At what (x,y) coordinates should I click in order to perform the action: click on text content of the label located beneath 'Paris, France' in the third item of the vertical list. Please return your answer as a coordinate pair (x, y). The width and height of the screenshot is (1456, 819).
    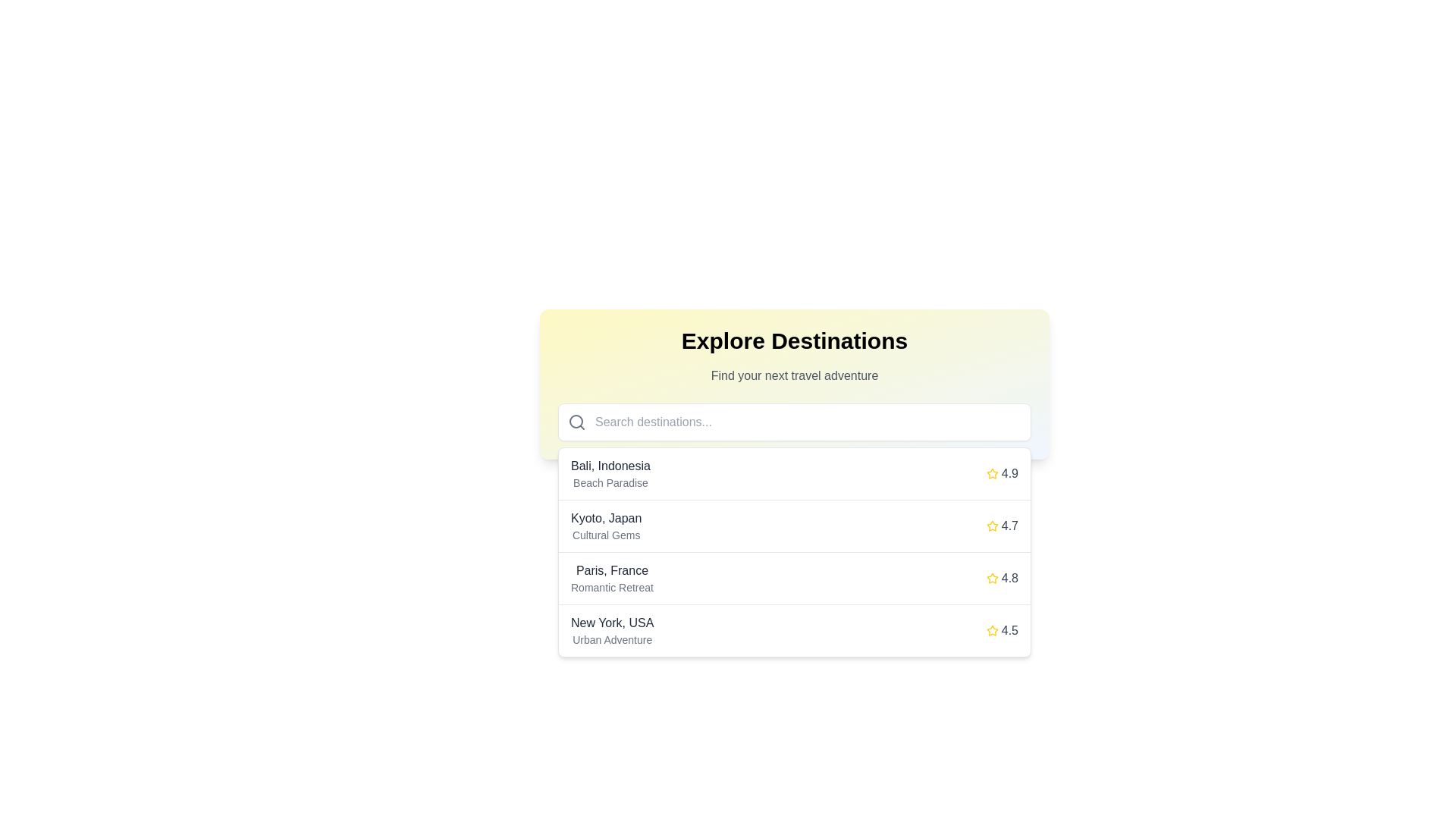
    Looking at the image, I should click on (612, 587).